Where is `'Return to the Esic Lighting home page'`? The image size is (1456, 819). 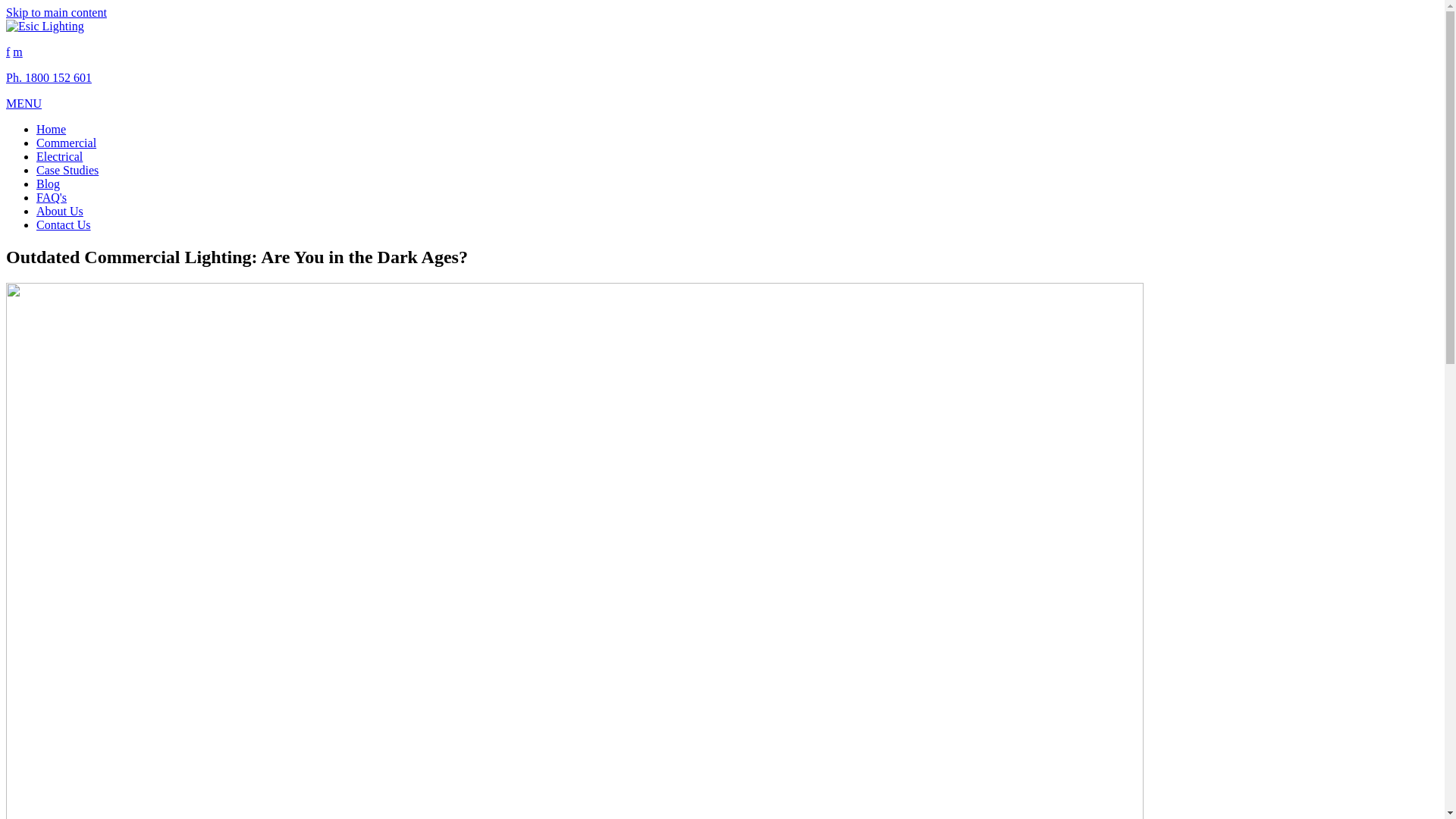
'Return to the Esic Lighting home page' is located at coordinates (45, 26).